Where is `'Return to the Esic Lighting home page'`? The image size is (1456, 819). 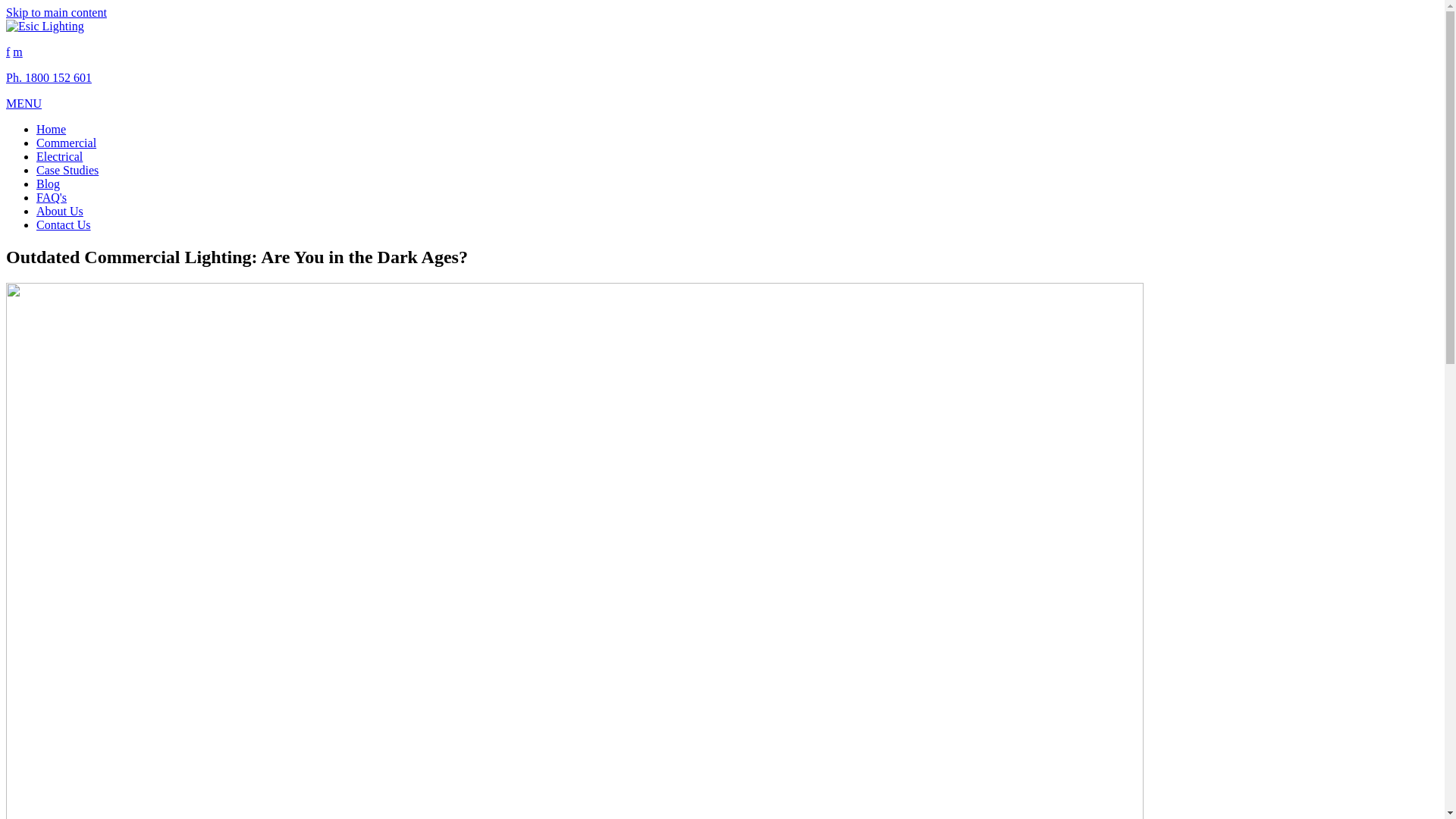
'Return to the Esic Lighting home page' is located at coordinates (45, 26).